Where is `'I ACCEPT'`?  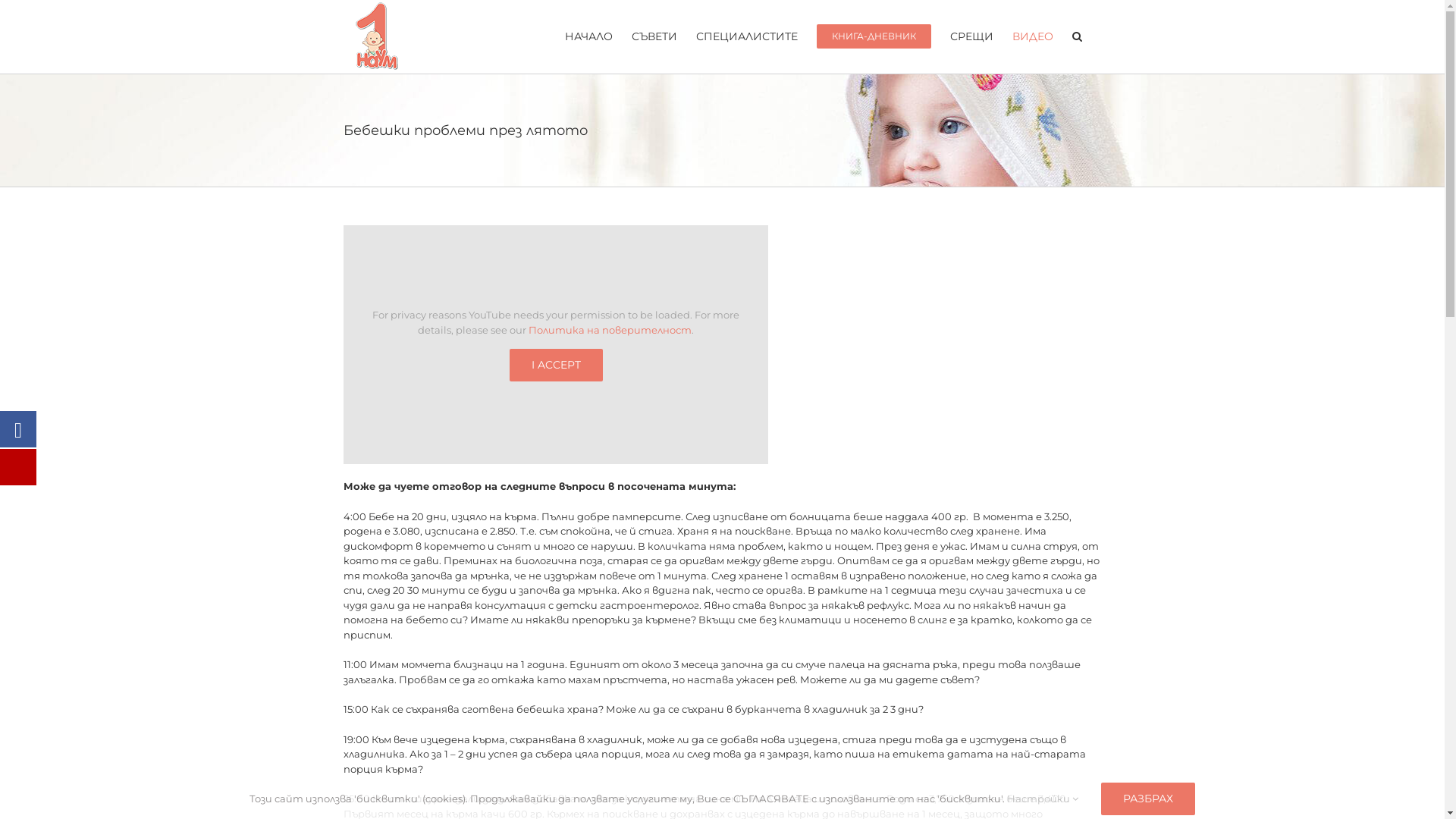
'I ACCEPT' is located at coordinates (555, 365).